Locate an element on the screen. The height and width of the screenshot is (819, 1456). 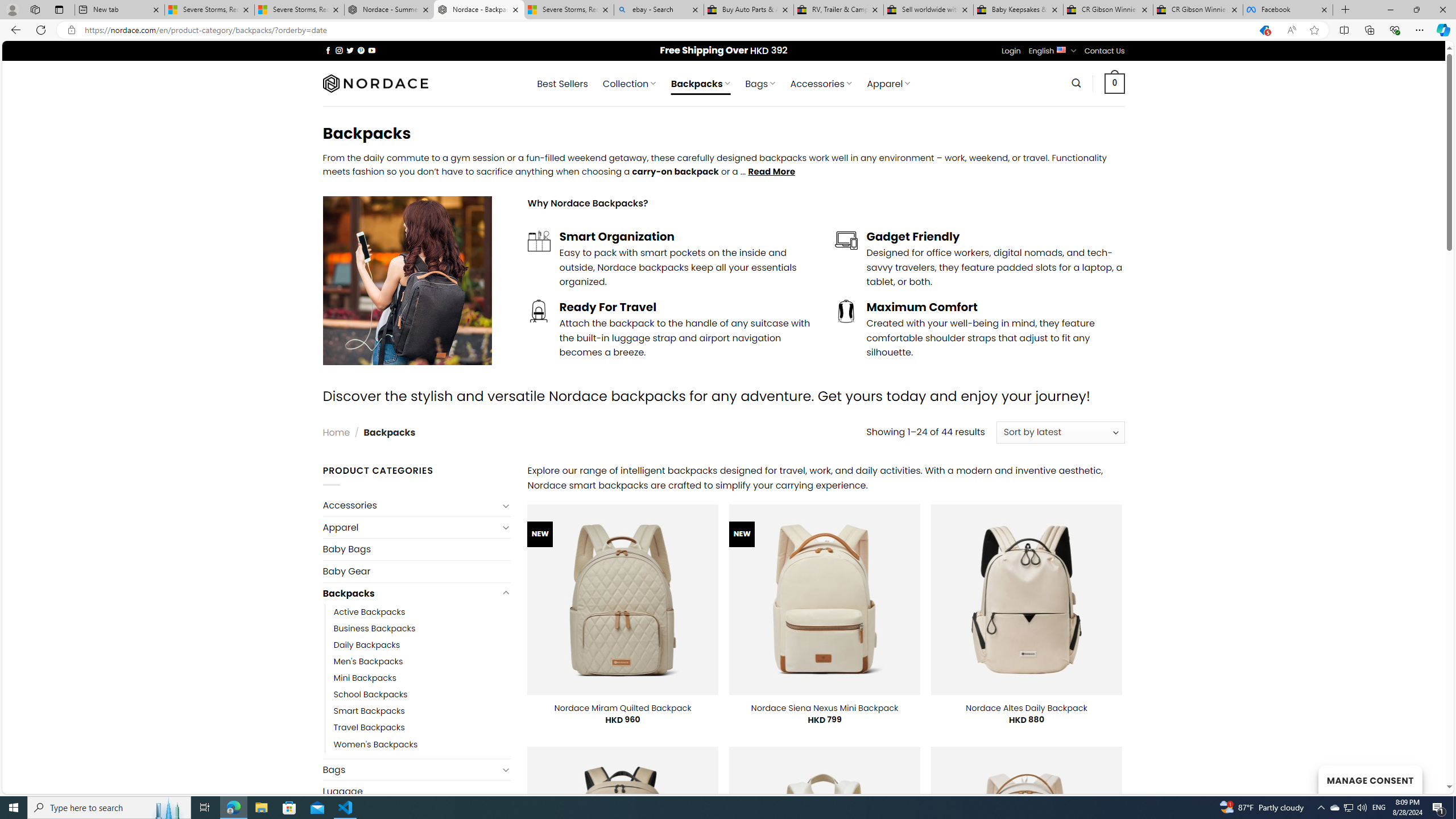
'Login' is located at coordinates (1011, 50).